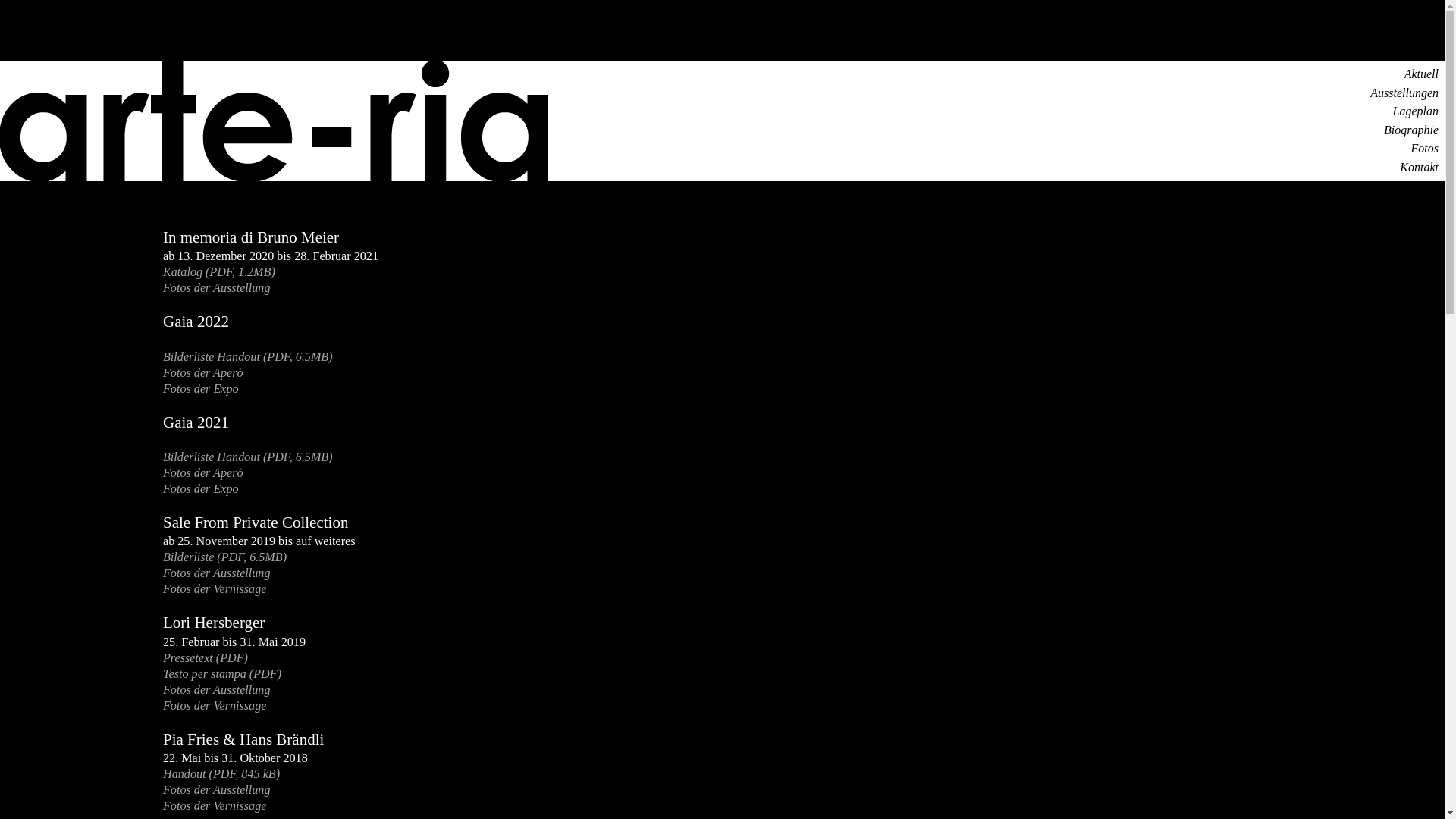 This screenshot has height=819, width=1456. I want to click on 'Fotos der Expo', so click(163, 488).